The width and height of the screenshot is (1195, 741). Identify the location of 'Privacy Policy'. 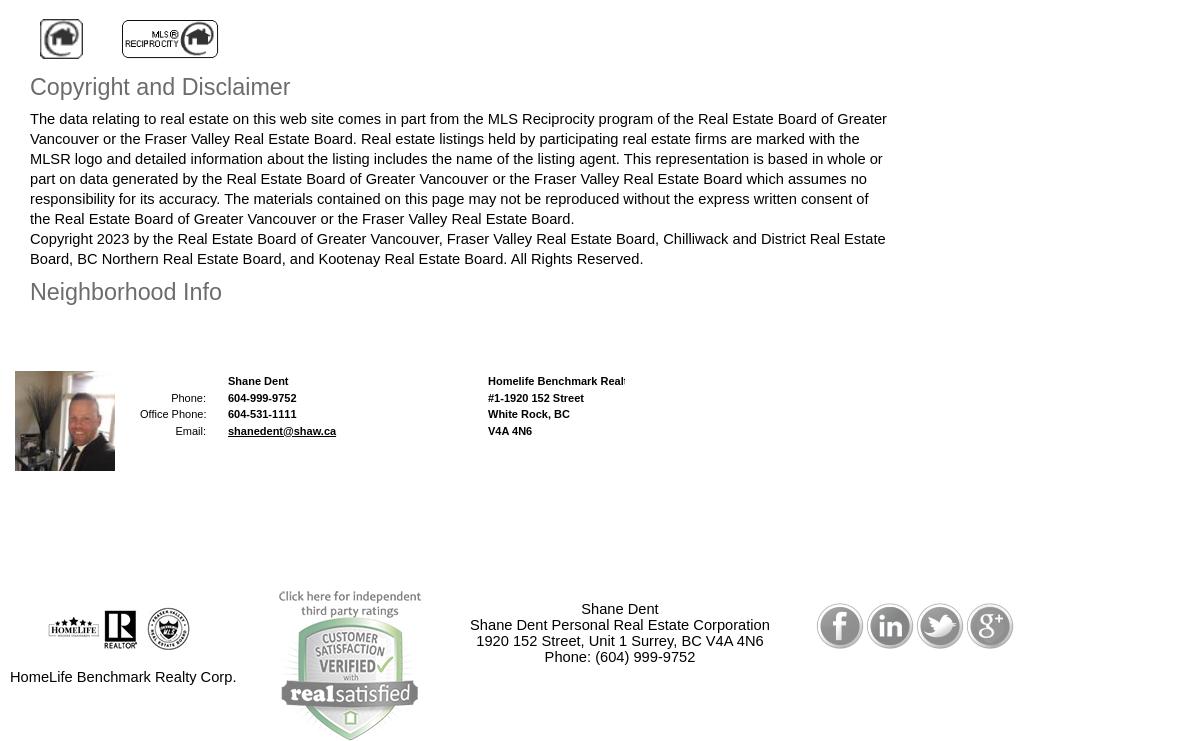
(487, 684).